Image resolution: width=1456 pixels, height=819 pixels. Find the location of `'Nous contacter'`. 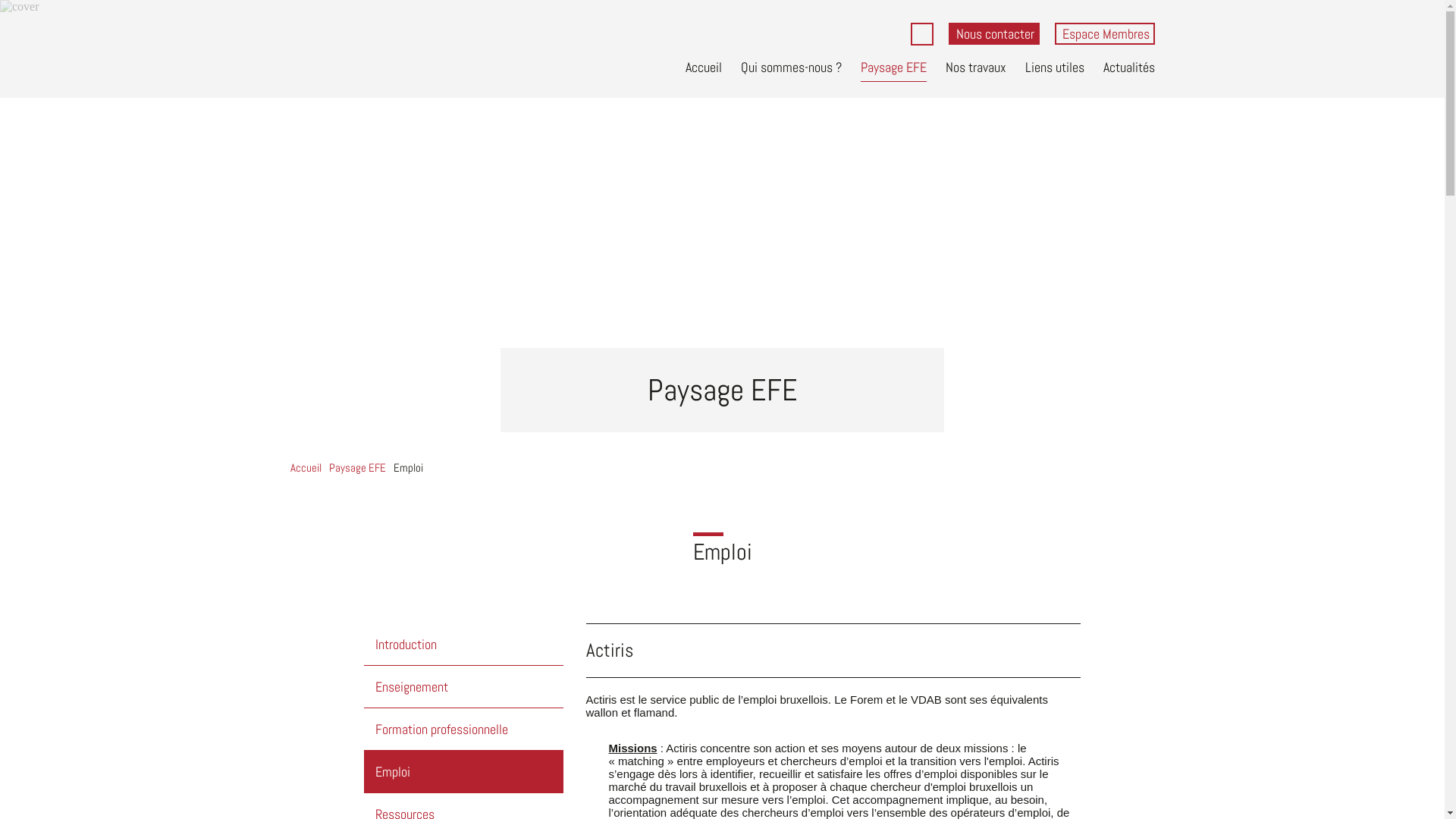

'Nous contacter' is located at coordinates (993, 33).